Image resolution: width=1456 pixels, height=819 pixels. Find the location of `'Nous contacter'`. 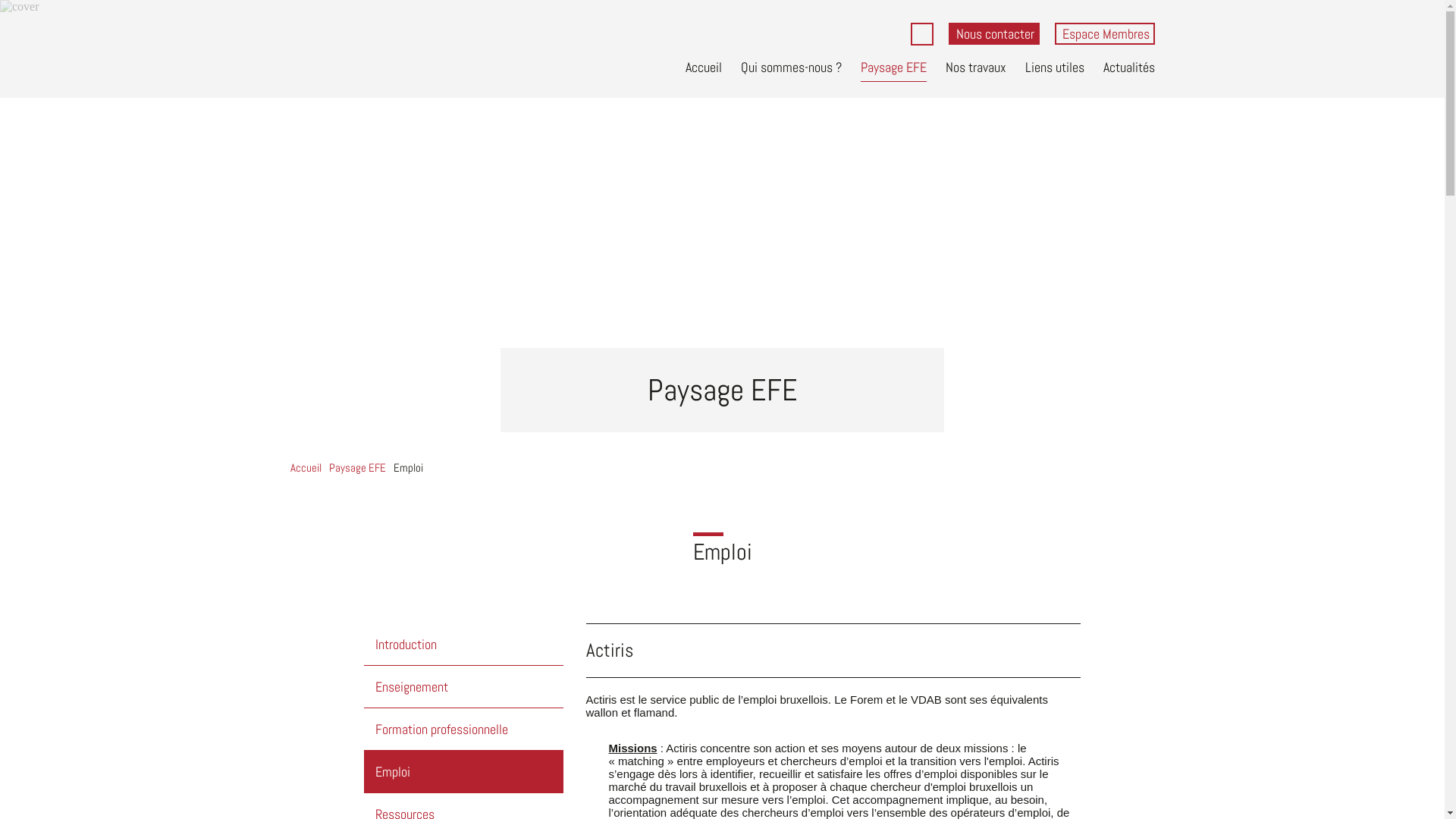

'Nous contacter' is located at coordinates (993, 33).